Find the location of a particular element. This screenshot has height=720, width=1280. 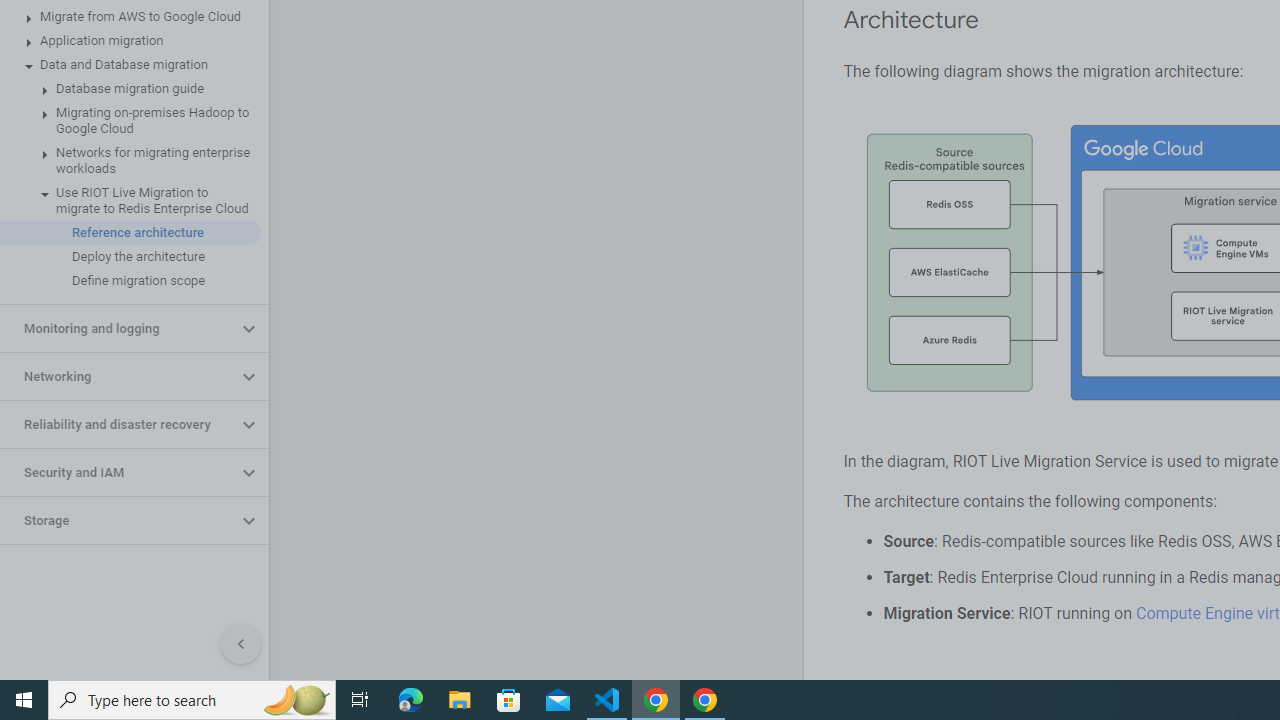

'Monitoring and logging' is located at coordinates (117, 328).